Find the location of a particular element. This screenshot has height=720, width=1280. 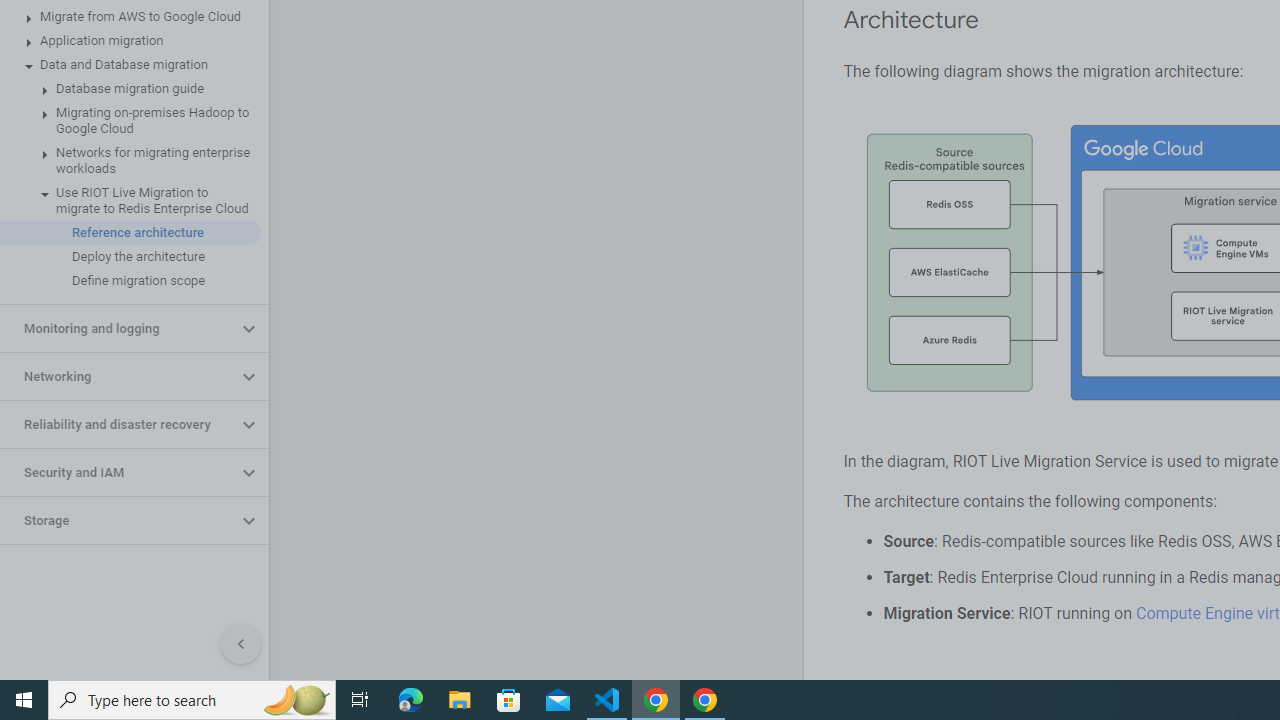

'Monitoring and logging' is located at coordinates (117, 328).